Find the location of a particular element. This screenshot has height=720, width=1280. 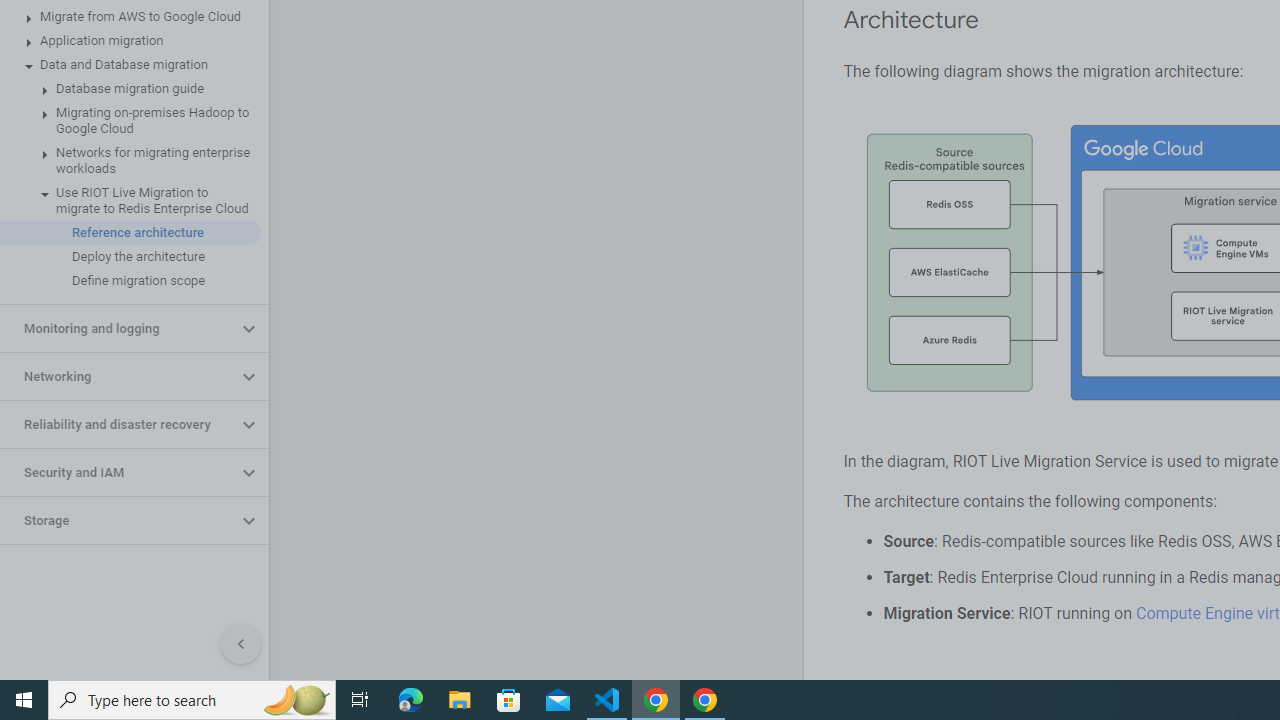

'Monitoring and logging' is located at coordinates (117, 328).